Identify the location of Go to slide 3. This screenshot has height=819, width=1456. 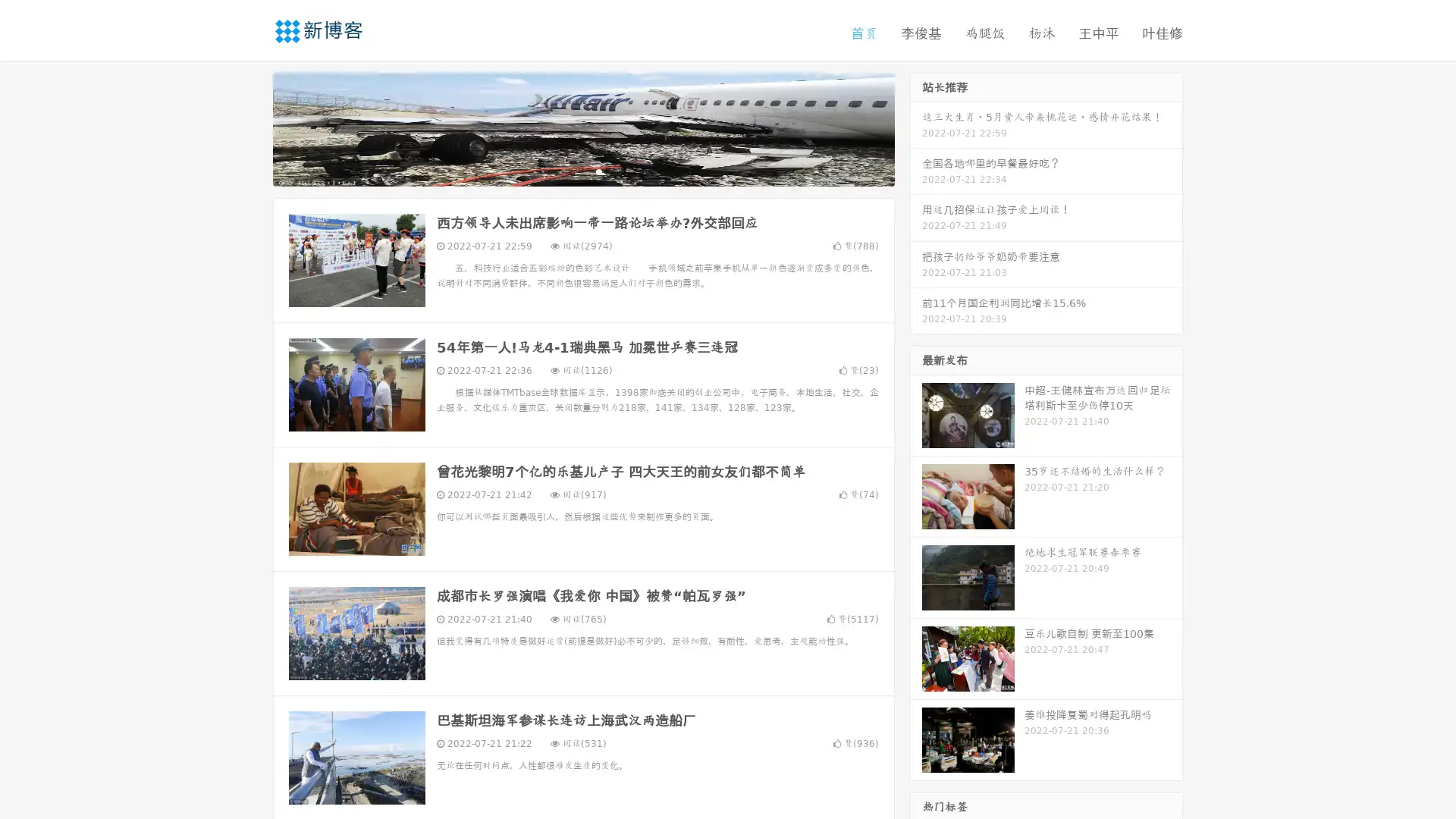
(598, 171).